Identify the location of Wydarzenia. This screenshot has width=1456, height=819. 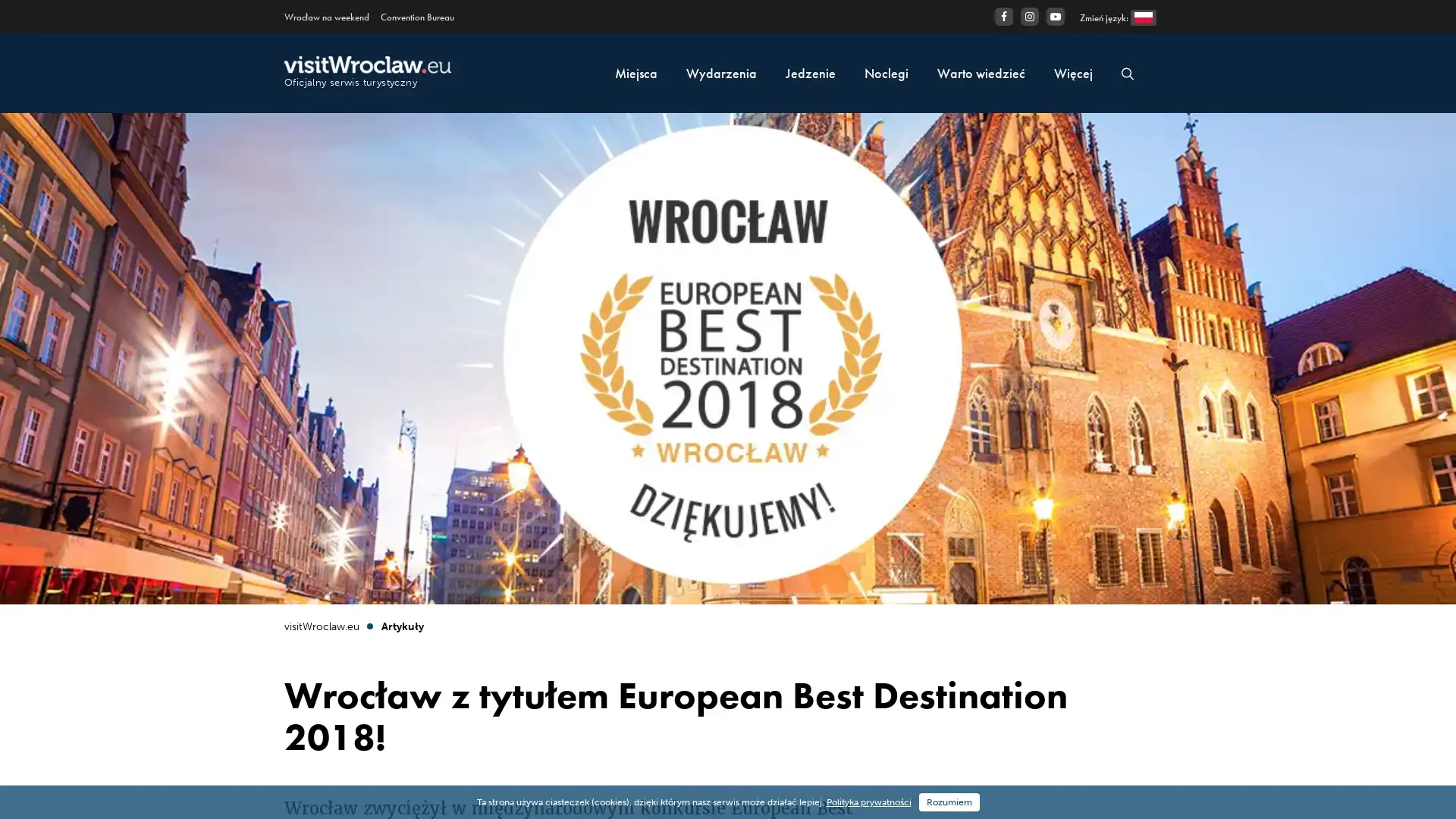
(720, 73).